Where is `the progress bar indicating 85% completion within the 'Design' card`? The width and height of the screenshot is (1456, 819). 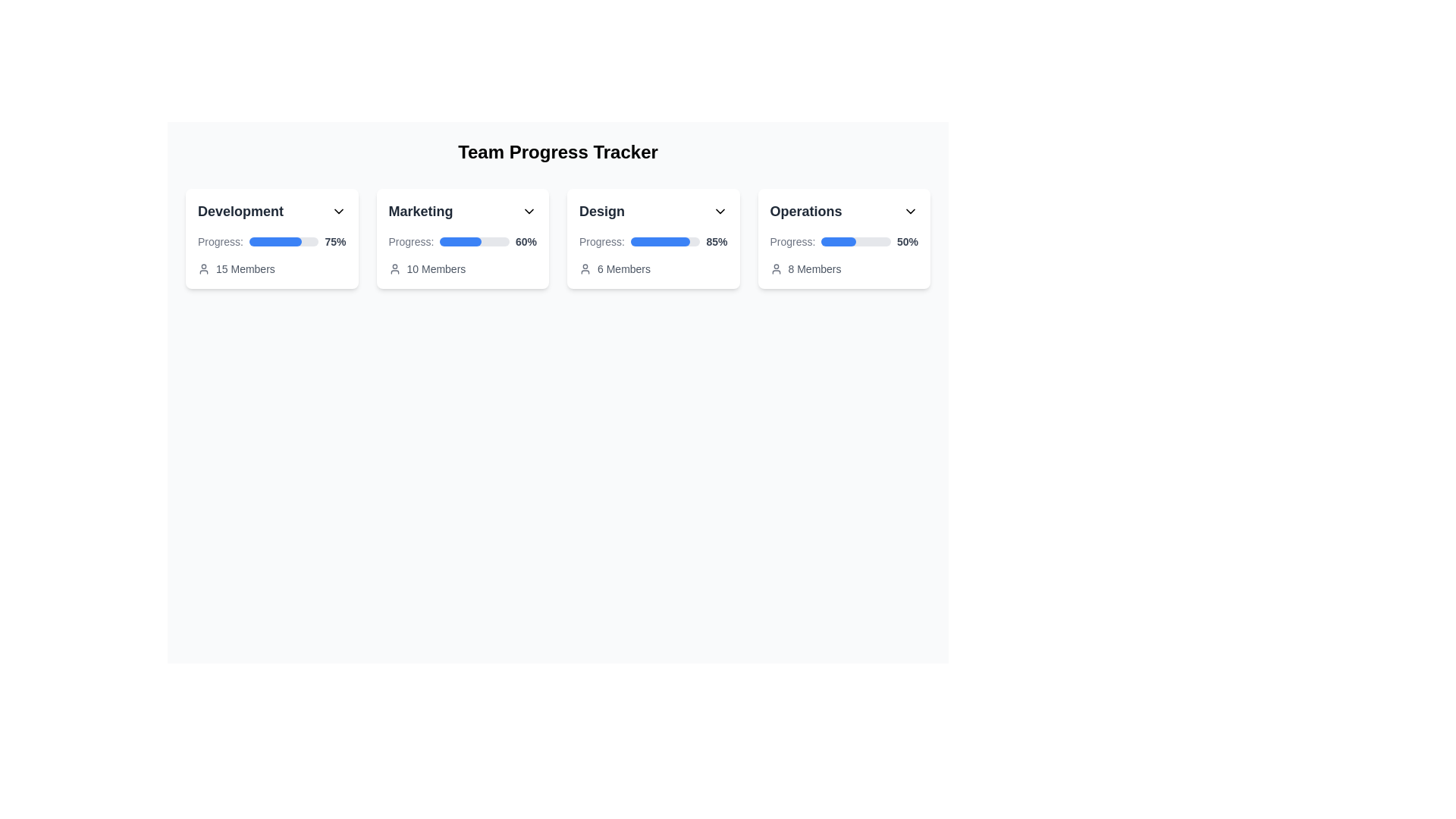 the progress bar indicating 85% completion within the 'Design' card is located at coordinates (660, 241).